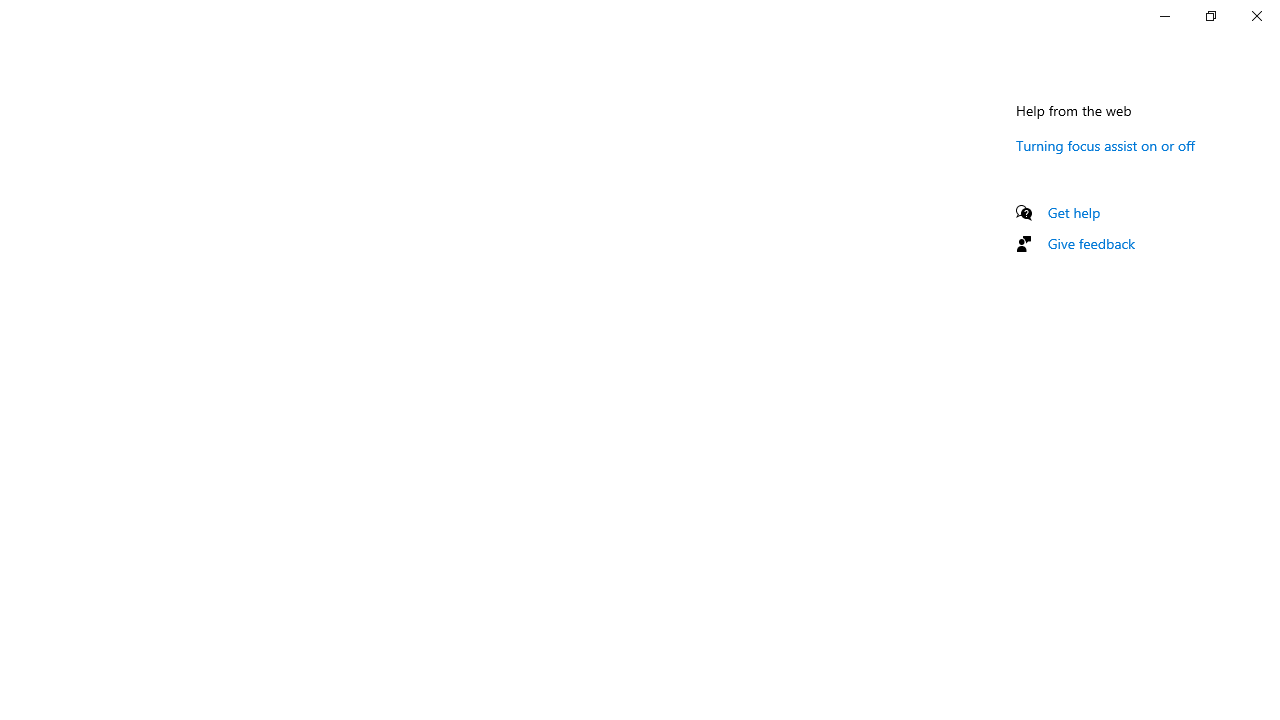  Describe the element at coordinates (1104, 144) in the screenshot. I see `'Turning focus assist on or off'` at that location.